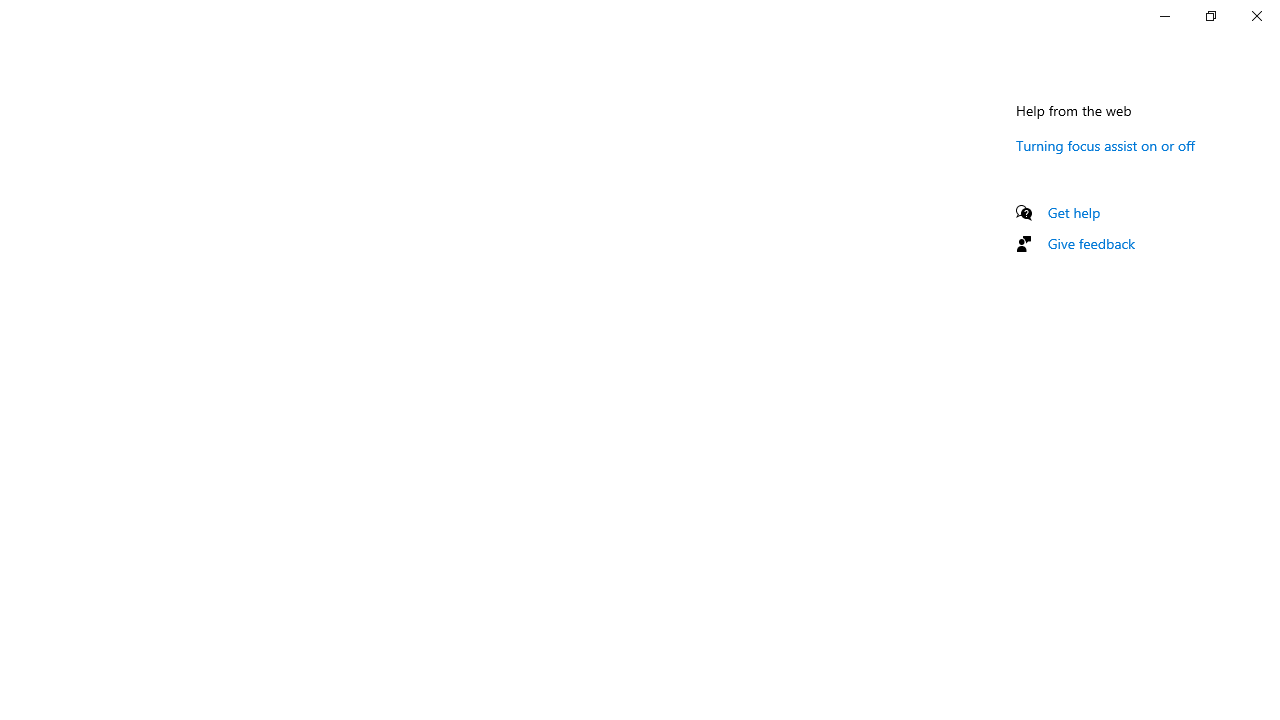  Describe the element at coordinates (1104, 144) in the screenshot. I see `'Turning focus assist on or off'` at that location.